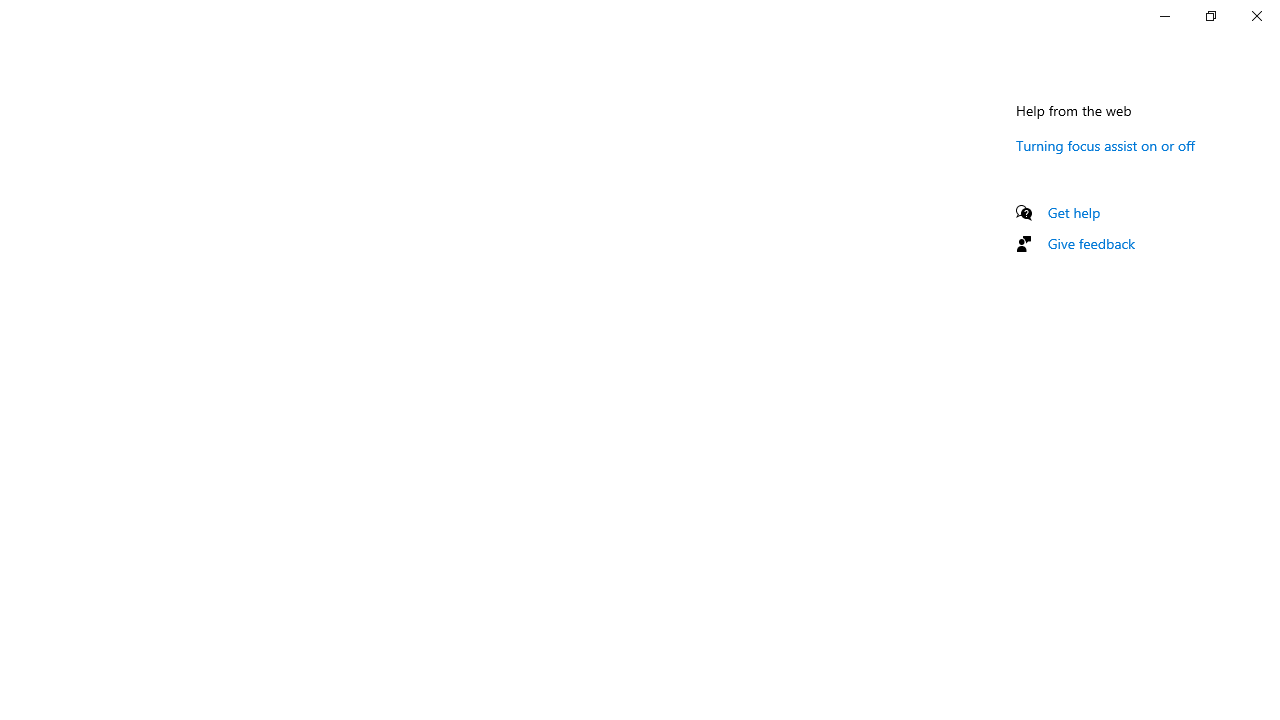  Describe the element at coordinates (1104, 144) in the screenshot. I see `'Turning focus assist on or off'` at that location.